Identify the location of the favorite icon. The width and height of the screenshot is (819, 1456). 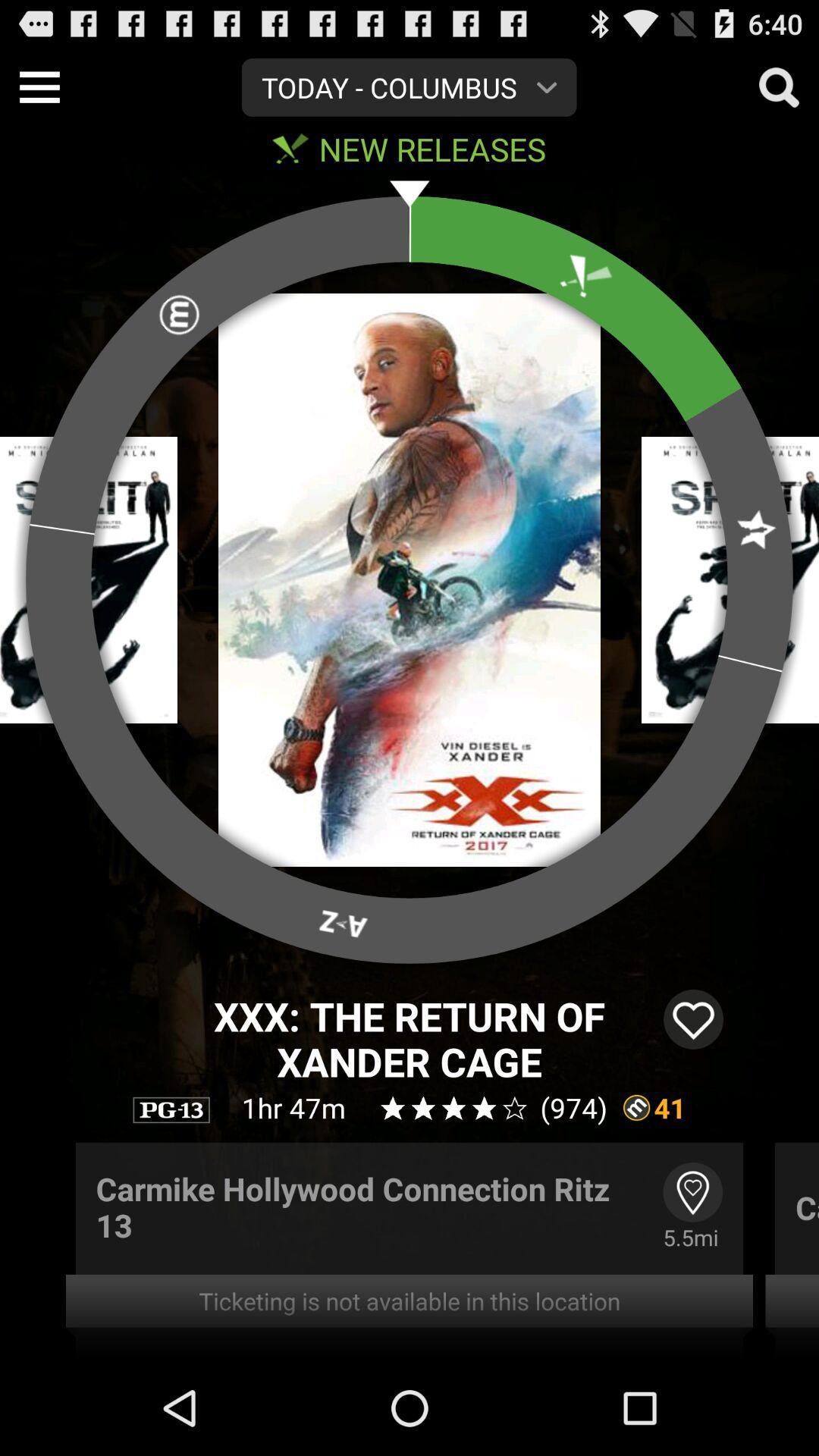
(693, 1090).